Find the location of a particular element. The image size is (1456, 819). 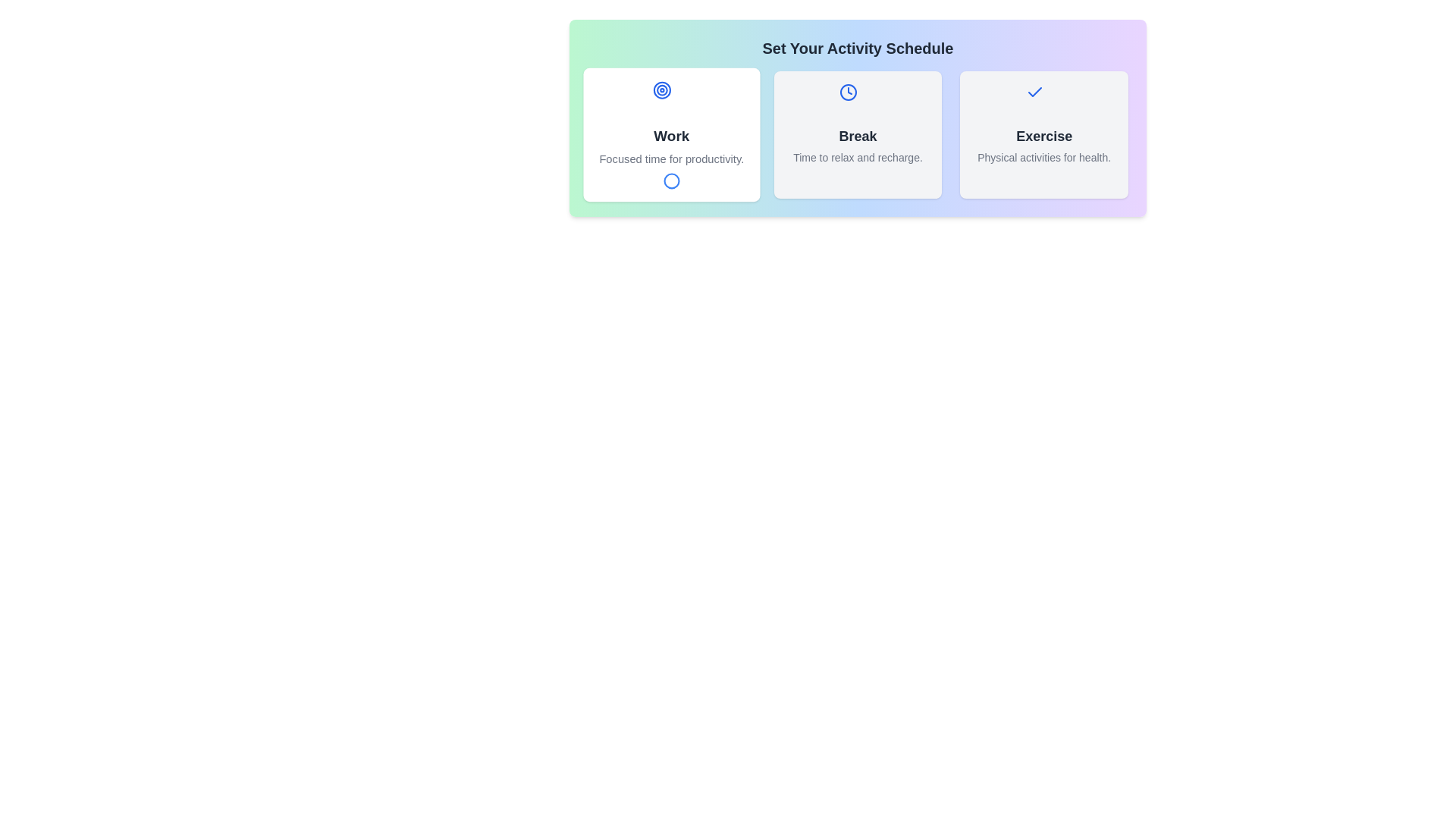

the interactive card labeled 'Break' is located at coordinates (858, 133).